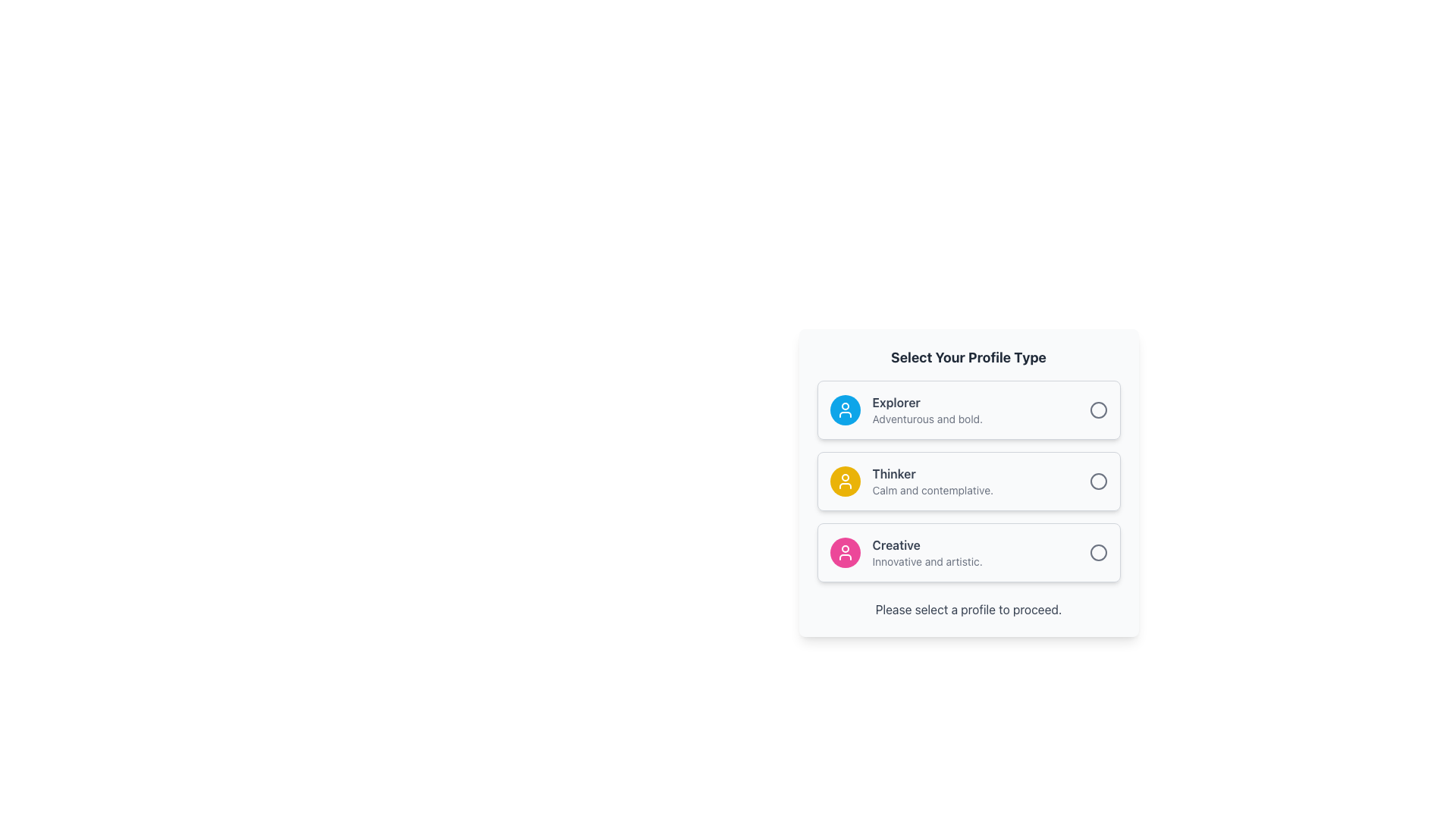  What do you see at coordinates (968, 357) in the screenshot?
I see `the bold, centered title text labeled 'Select Your Profile Type' which is styled in gray on a light background and positioned above the user profile options` at bounding box center [968, 357].